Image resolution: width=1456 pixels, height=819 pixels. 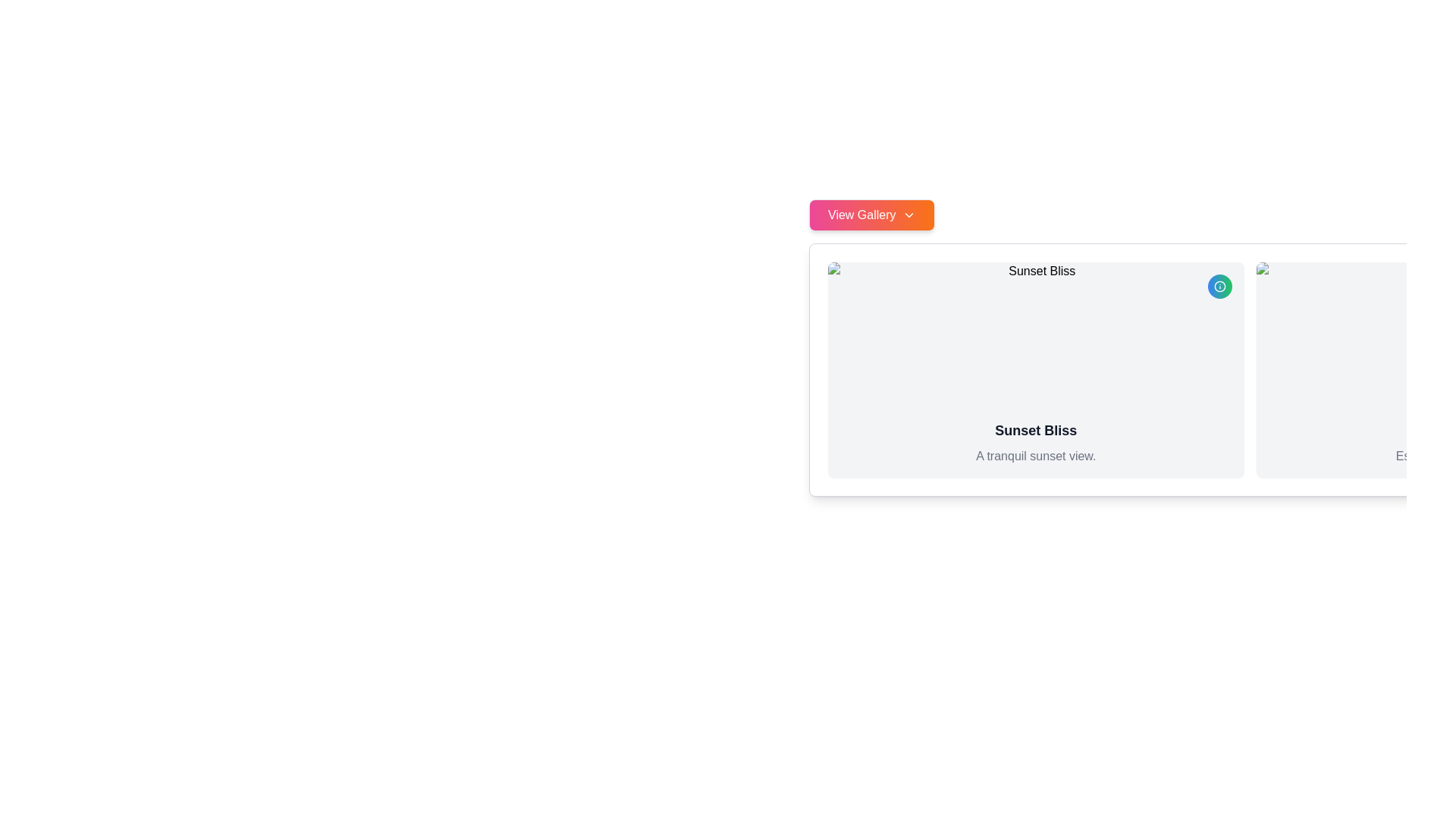 What do you see at coordinates (1035, 442) in the screenshot?
I see `text content of the text display region containing the title 'Sunset Bliss' and the subtitle 'A tranquil sunset view.'` at bounding box center [1035, 442].